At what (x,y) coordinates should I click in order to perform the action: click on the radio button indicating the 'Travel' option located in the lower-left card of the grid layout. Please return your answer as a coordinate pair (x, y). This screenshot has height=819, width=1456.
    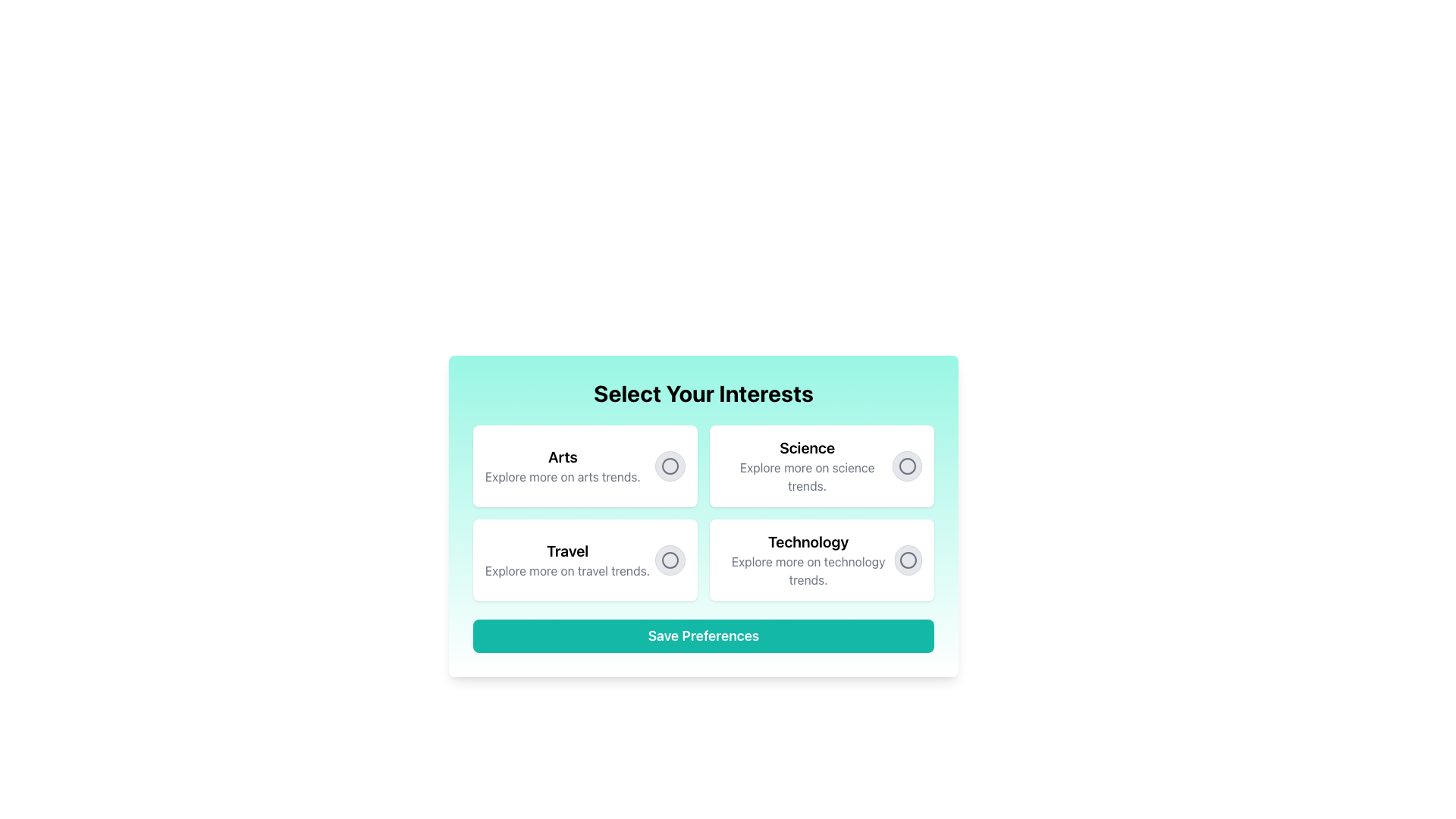
    Looking at the image, I should click on (669, 560).